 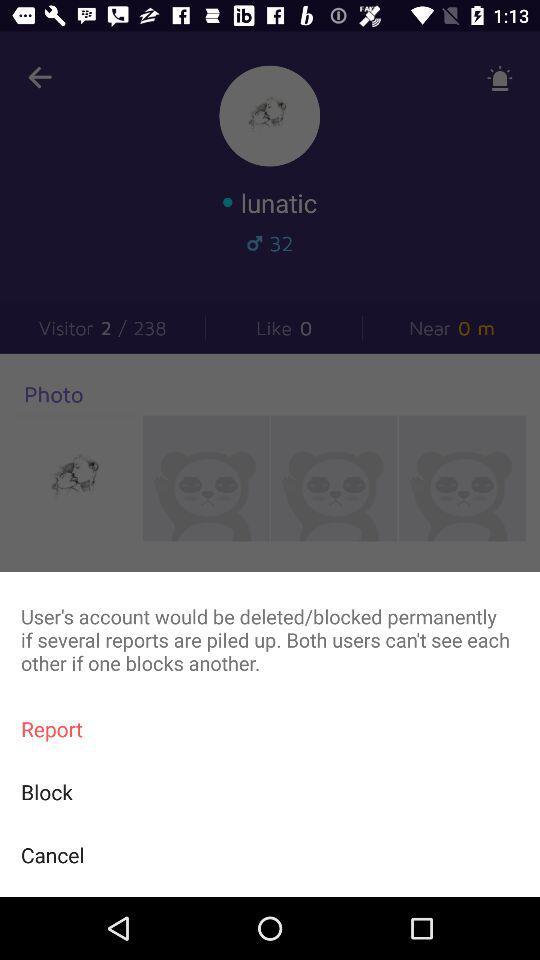 I want to click on item below the user s account, so click(x=270, y=728).